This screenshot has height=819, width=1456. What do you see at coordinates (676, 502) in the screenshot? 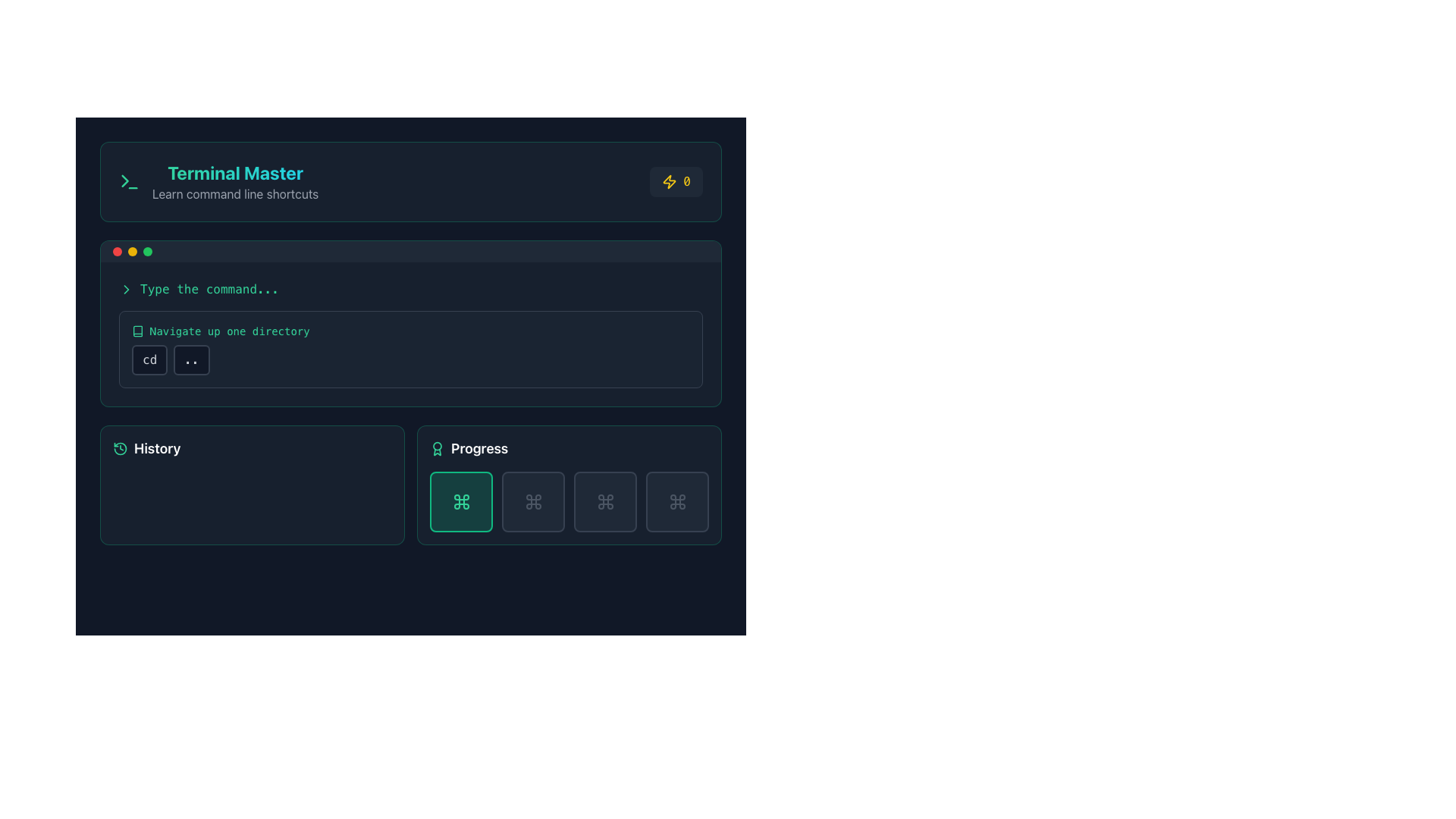
I see `the fourth icon in the horizontally arranged group under the 'Progress' section` at bounding box center [676, 502].